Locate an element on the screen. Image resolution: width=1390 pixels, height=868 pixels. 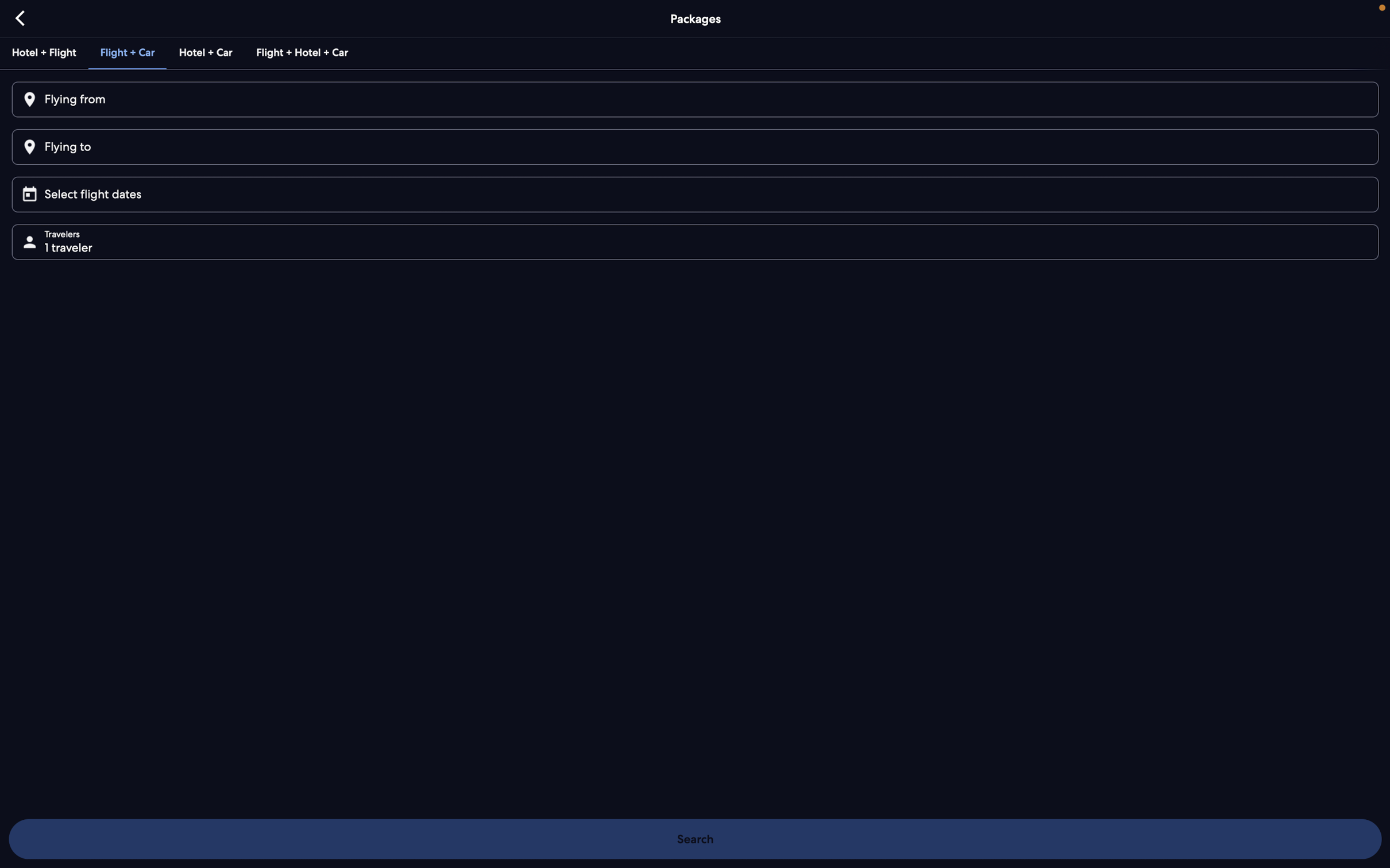
the comprehensive package including flight booking, hotel reservation, and car rental is located at coordinates (300, 52).